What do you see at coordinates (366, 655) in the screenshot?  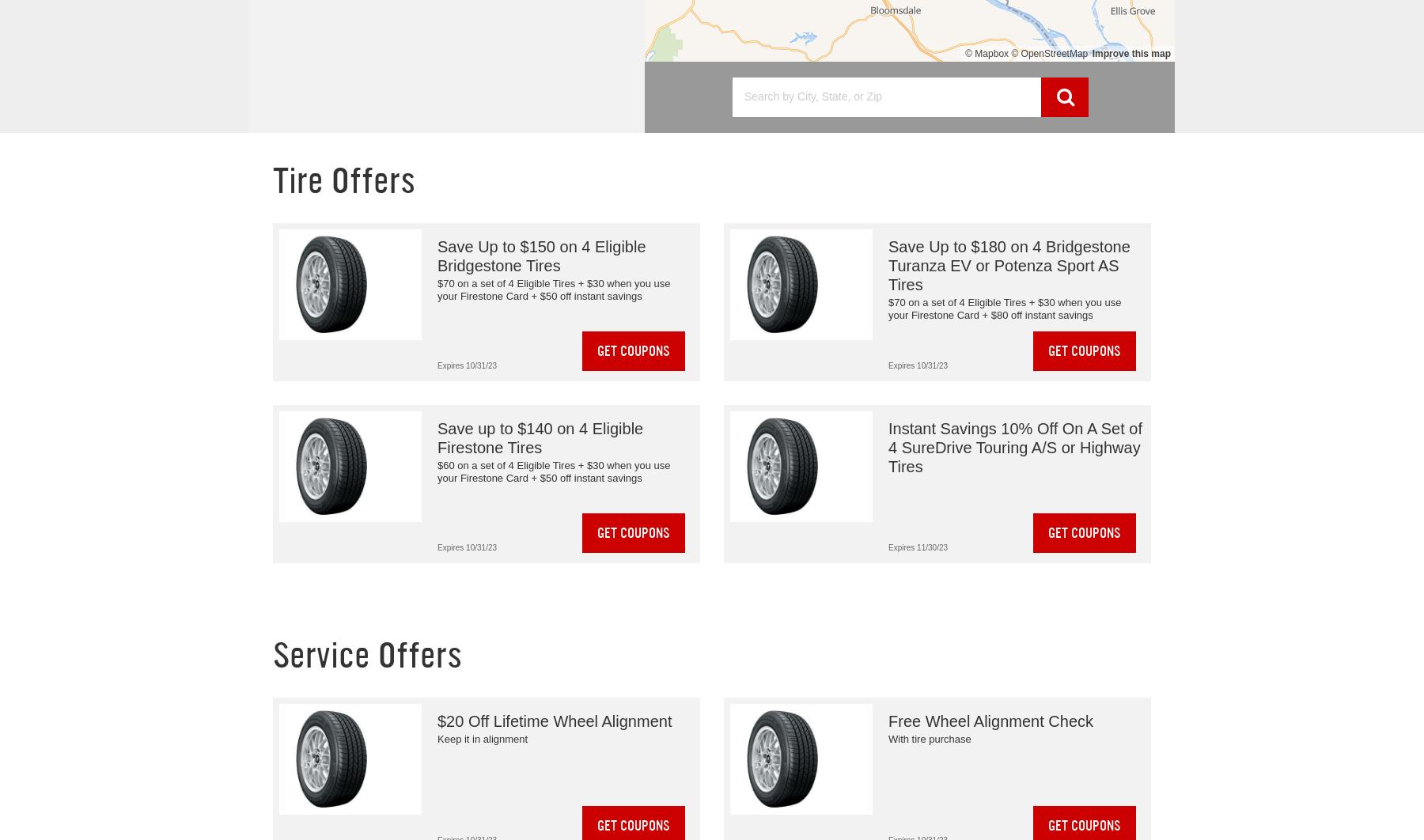 I see `'Service Offers'` at bounding box center [366, 655].